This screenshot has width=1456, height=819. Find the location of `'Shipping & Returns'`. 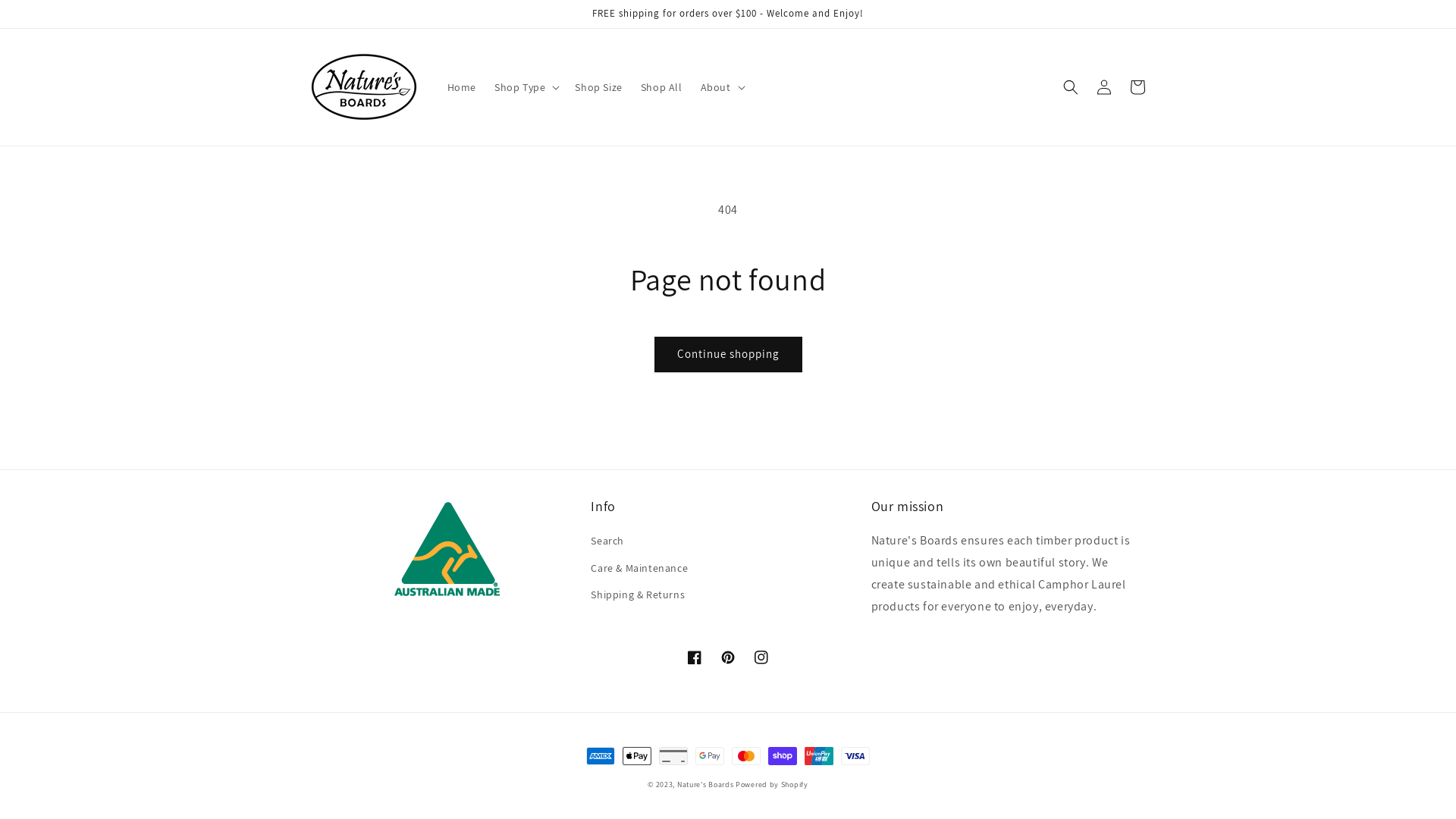

'Shipping & Returns' is located at coordinates (637, 594).